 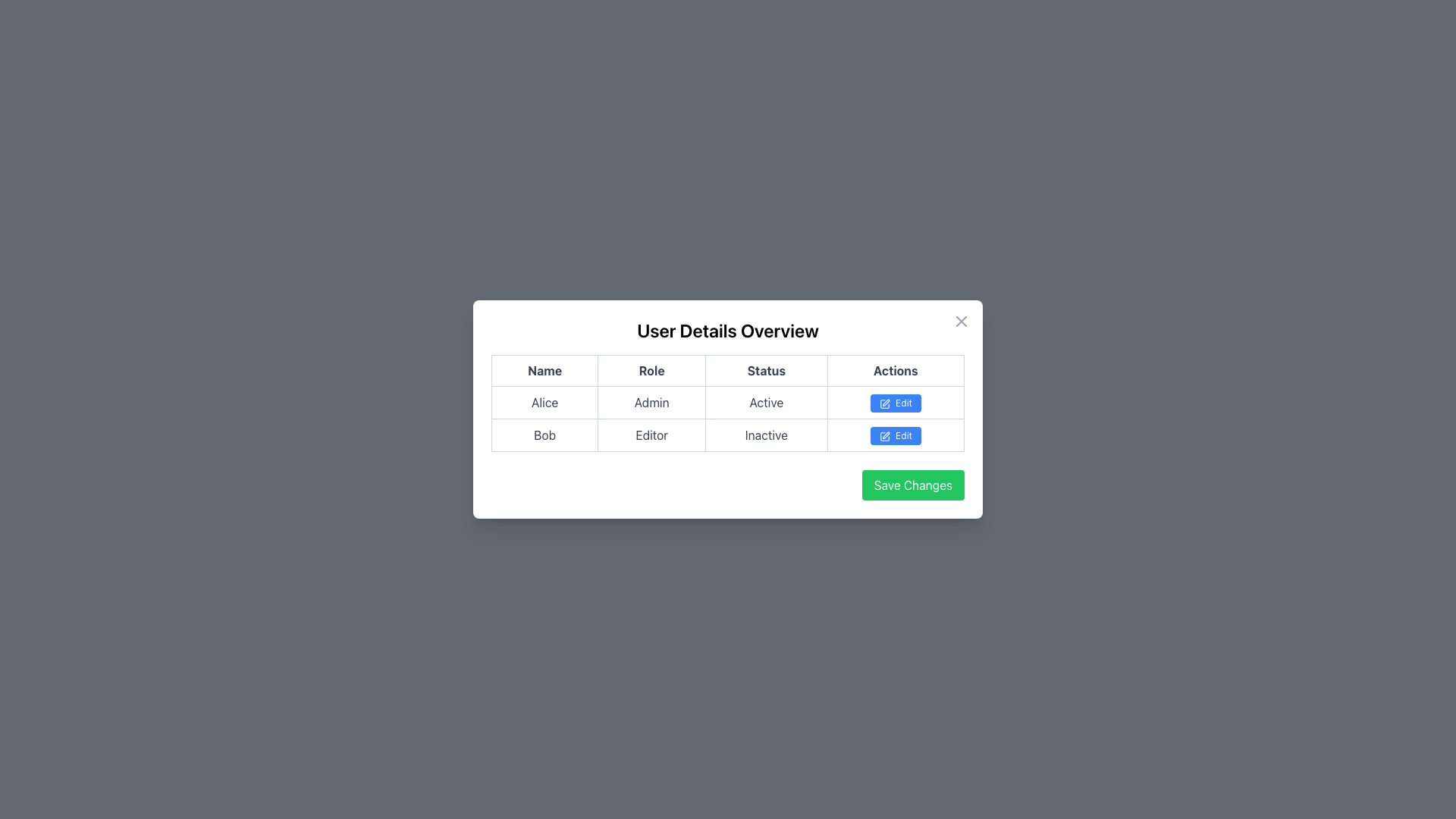 What do you see at coordinates (895, 402) in the screenshot?
I see `the edit button located in the 'Actions' column of the 'User Details Overview' section for the 'Alice' user entry` at bounding box center [895, 402].